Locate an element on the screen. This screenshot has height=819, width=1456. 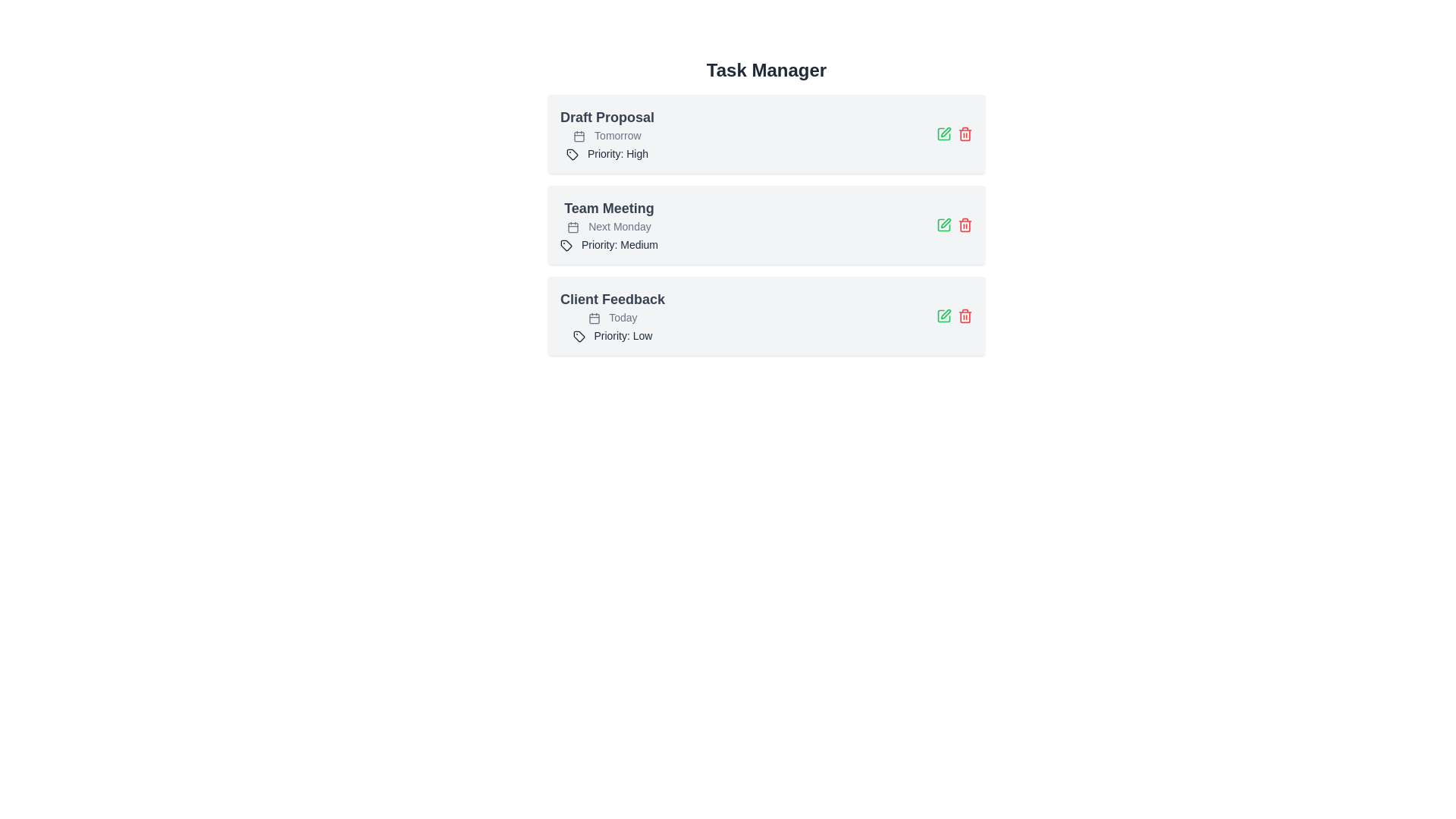
design of the icon representing the 'Today' label, located before the text within the 'Client Feedback' section is located at coordinates (593, 318).